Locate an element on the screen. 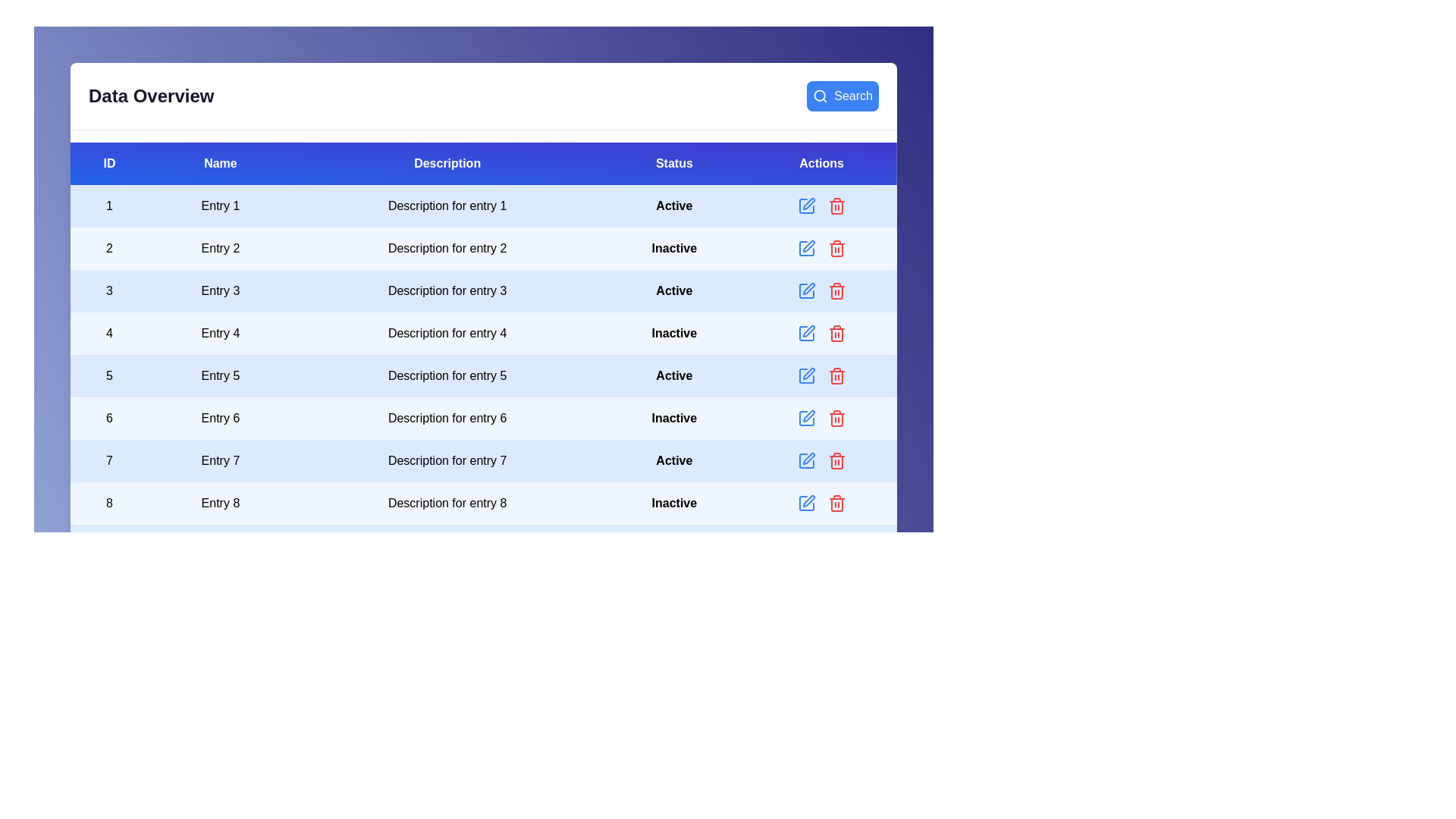 The height and width of the screenshot is (819, 1456). the header of the column 'ID' to sort it is located at coordinates (108, 164).